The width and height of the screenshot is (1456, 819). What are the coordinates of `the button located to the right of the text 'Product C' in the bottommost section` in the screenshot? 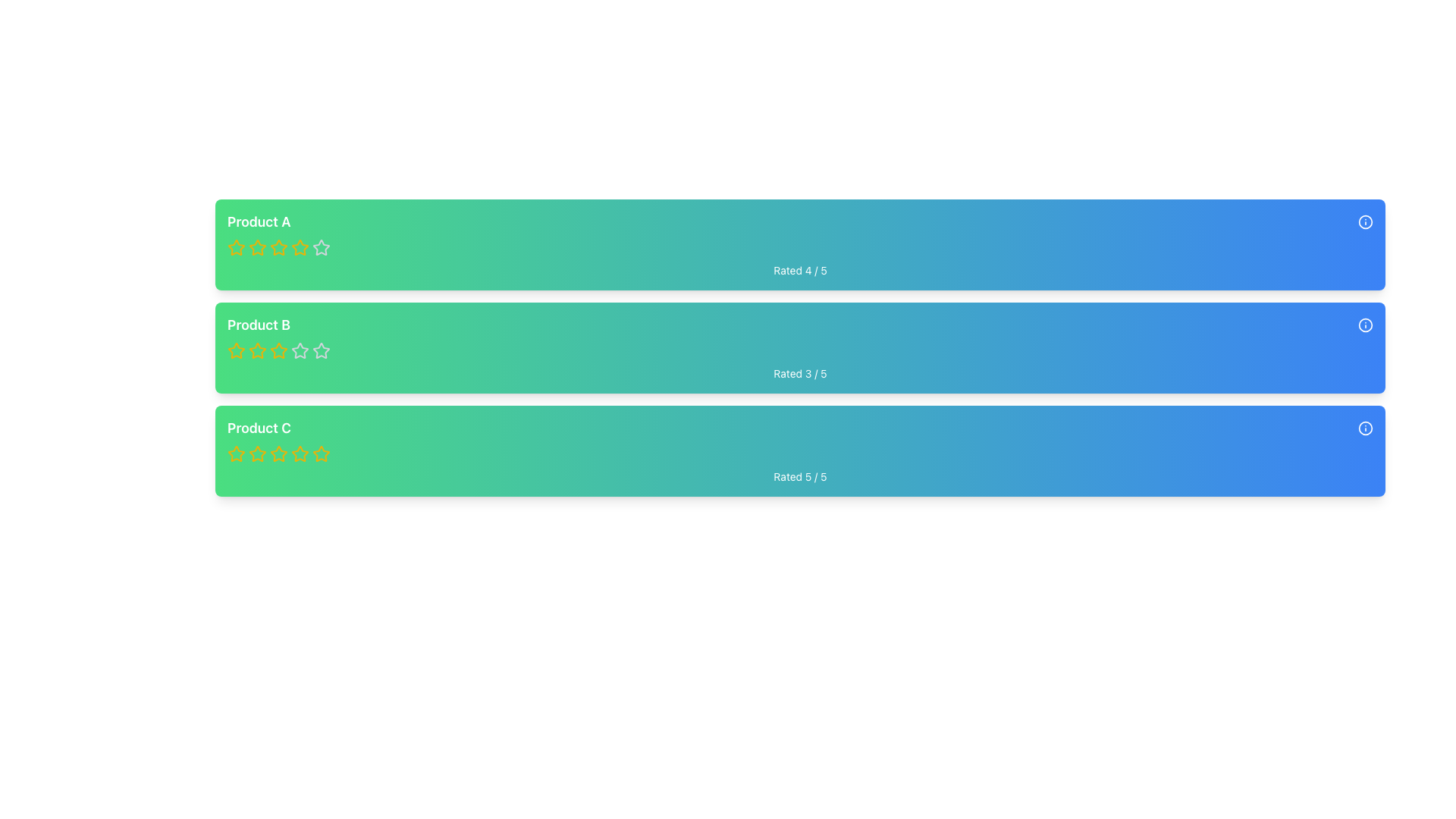 It's located at (1365, 428).